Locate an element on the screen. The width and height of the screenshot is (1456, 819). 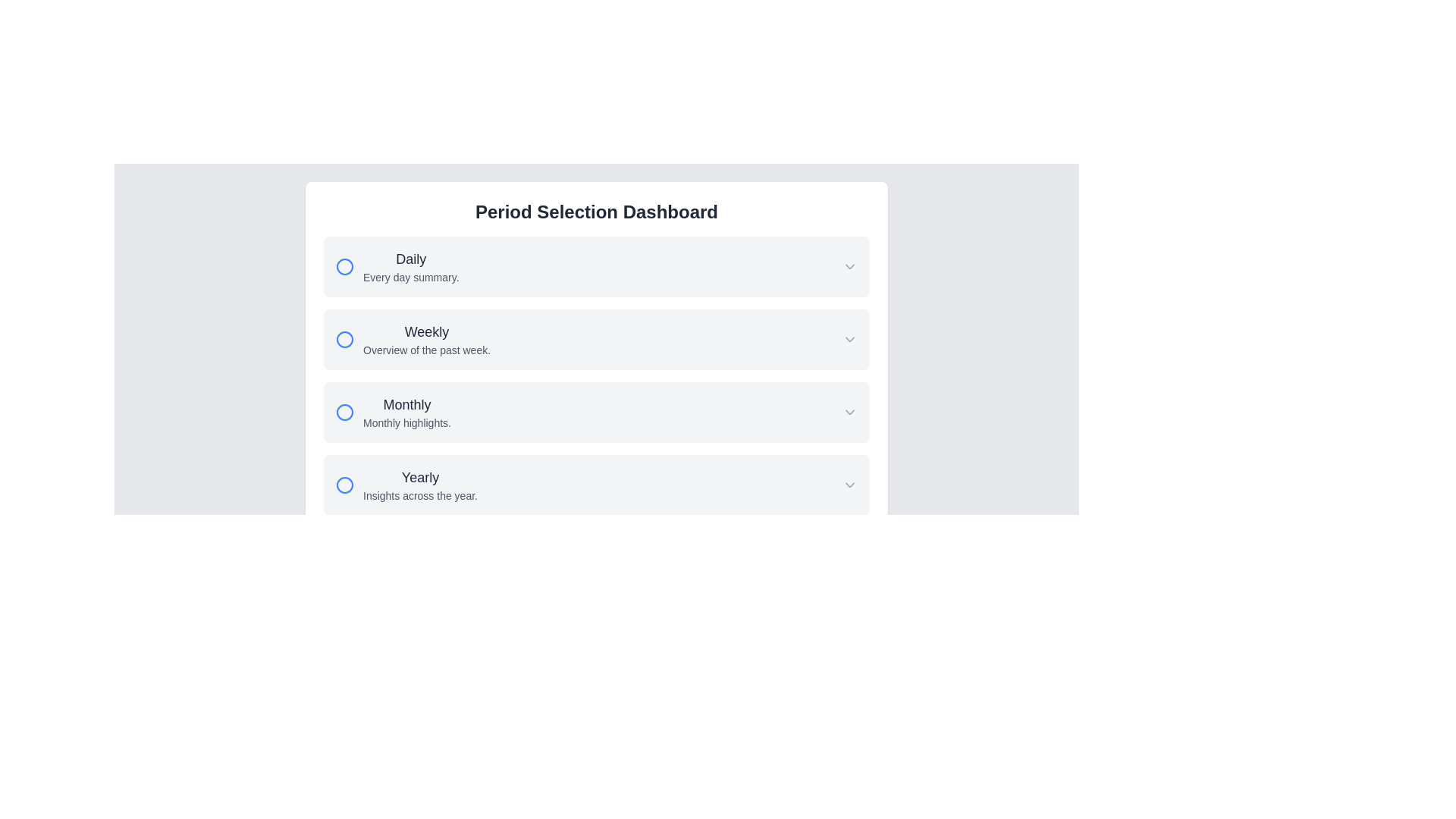
the downward-pointing chevron icon on the far right side of the 'Daily' item row is located at coordinates (850, 265).